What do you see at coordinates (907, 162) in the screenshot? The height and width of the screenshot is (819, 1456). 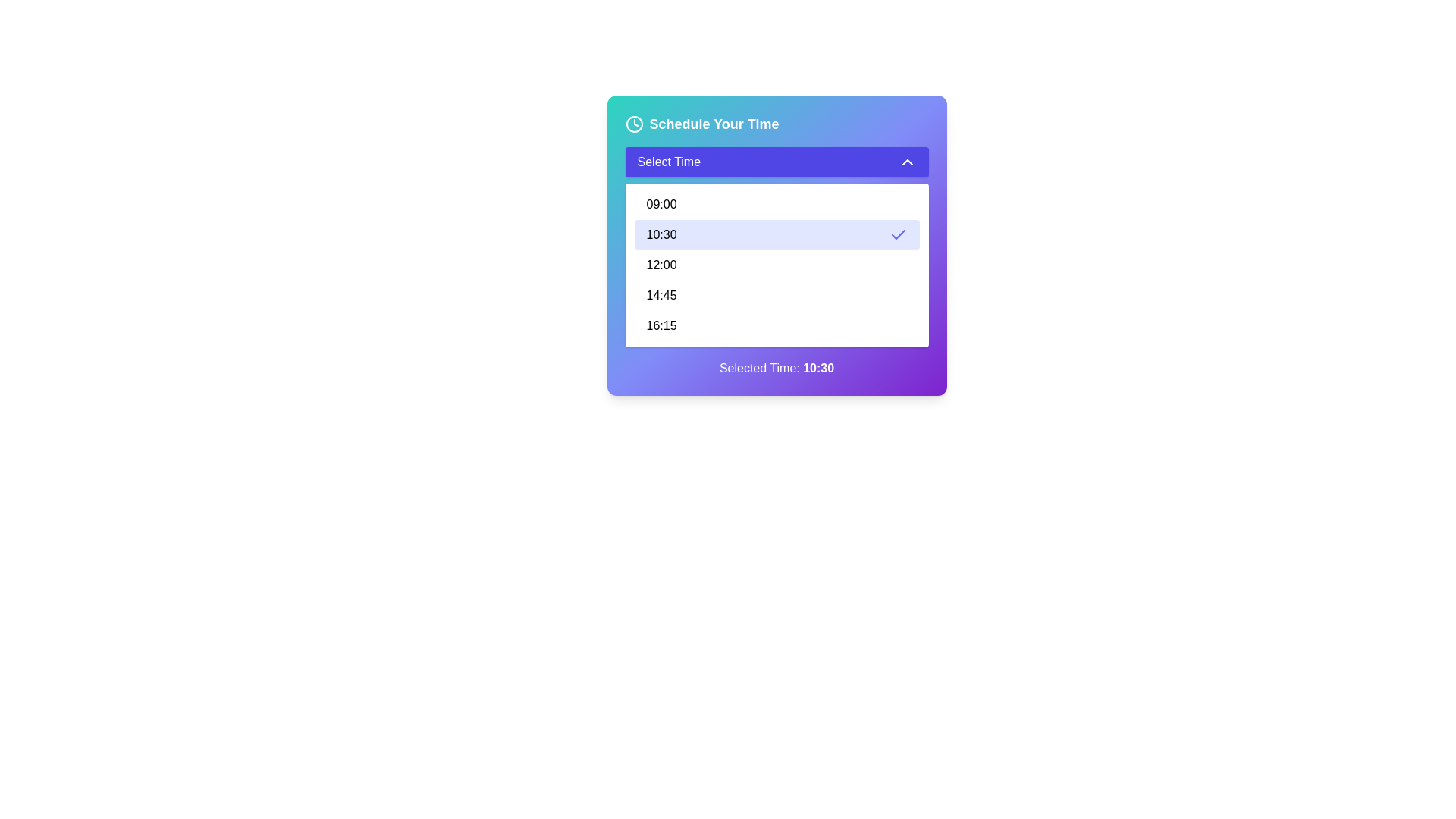 I see `the SVG chevron-up icon located at the top-right corner of the 'Select Time' button` at bounding box center [907, 162].